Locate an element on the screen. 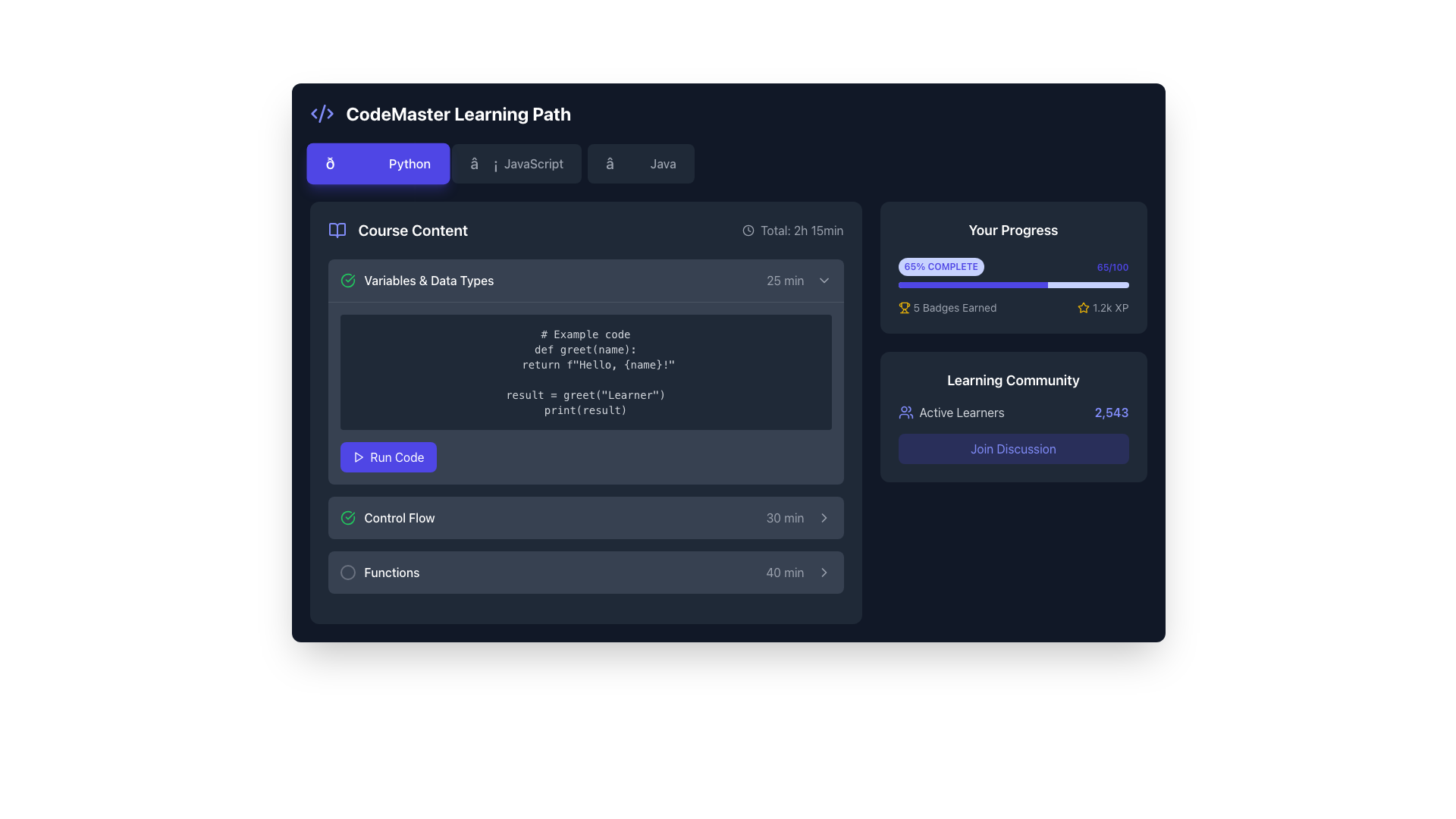 This screenshot has width=1456, height=819. the Python programming language text label located in the top section of the UI, which serves as a button label within a grouped navigation menu for language options is located at coordinates (409, 164).